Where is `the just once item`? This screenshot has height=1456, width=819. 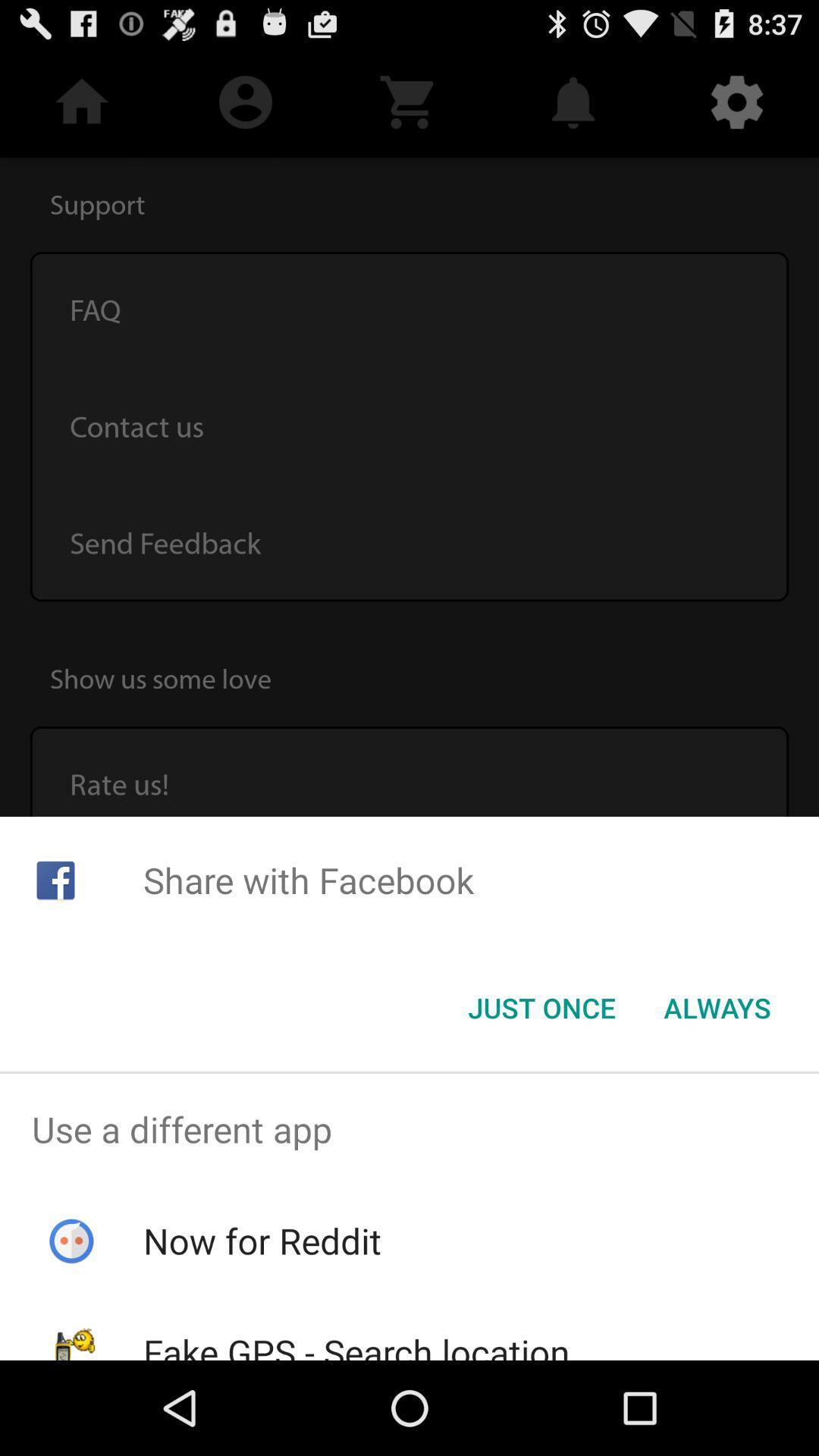 the just once item is located at coordinates (541, 1008).